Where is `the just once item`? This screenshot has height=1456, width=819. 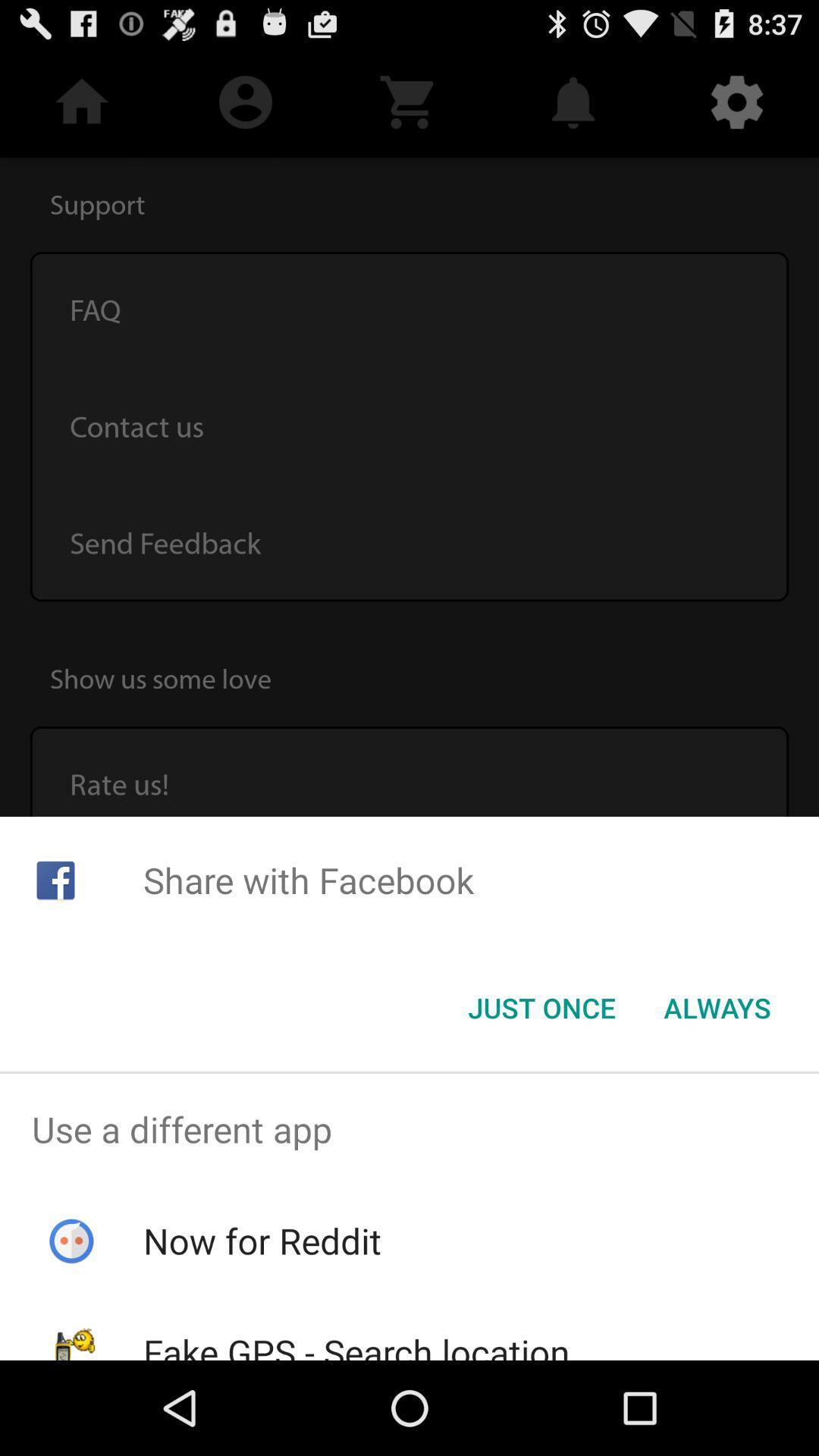 the just once item is located at coordinates (541, 1008).